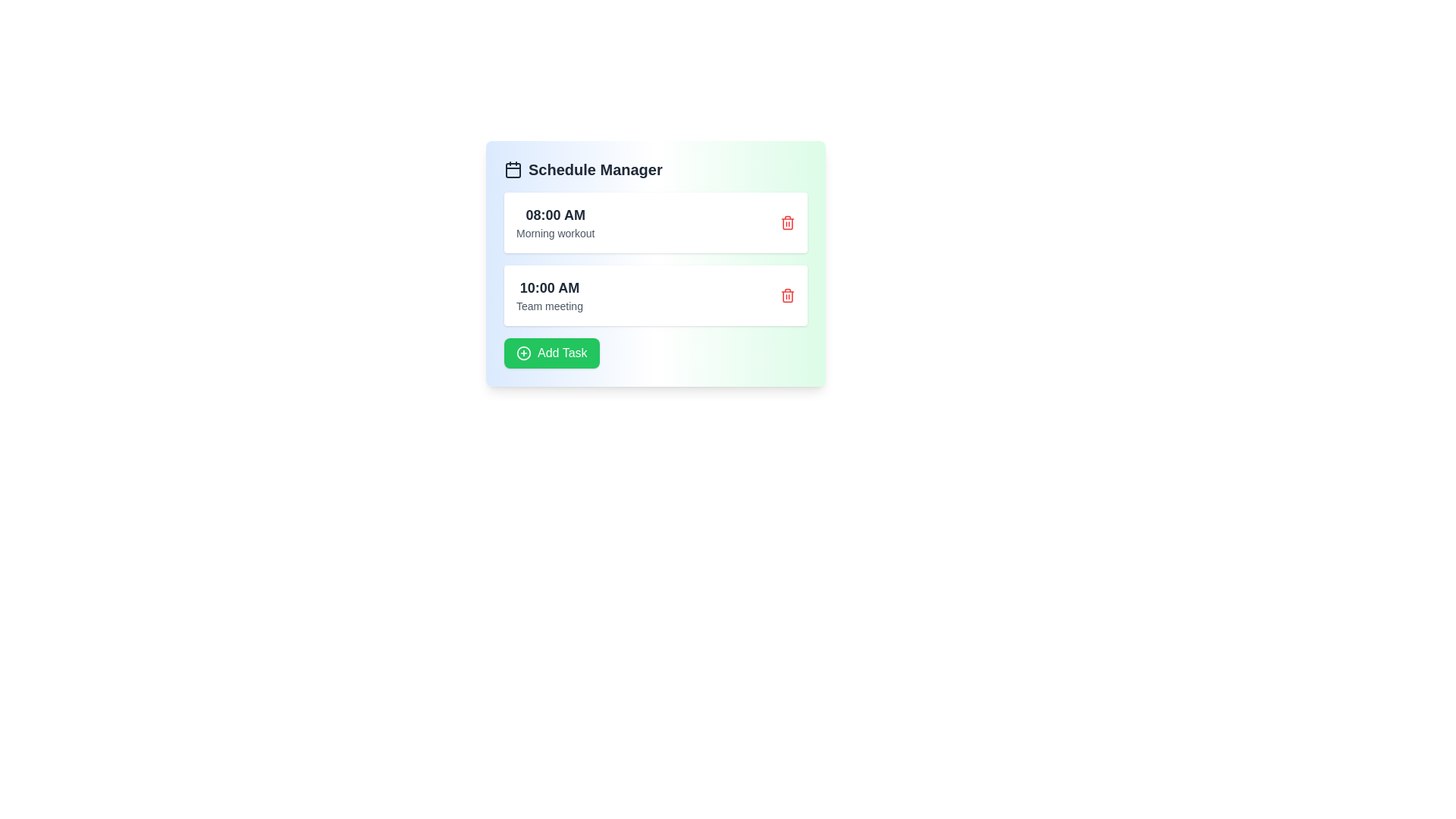 The height and width of the screenshot is (819, 1456). What do you see at coordinates (787, 222) in the screenshot?
I see `the task corresponding to 1` at bounding box center [787, 222].